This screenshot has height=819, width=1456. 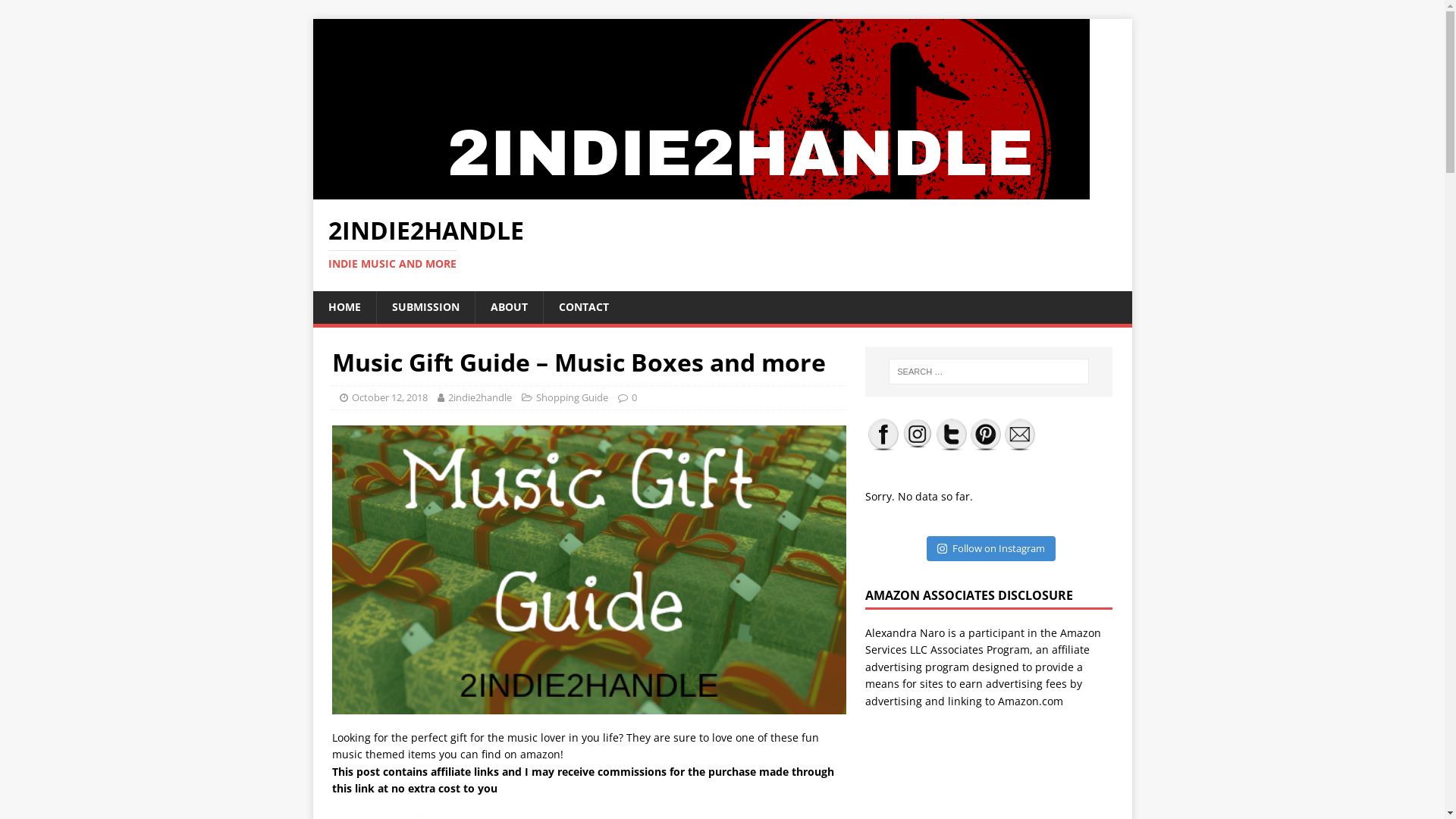 I want to click on 'Twitter', so click(x=950, y=434).